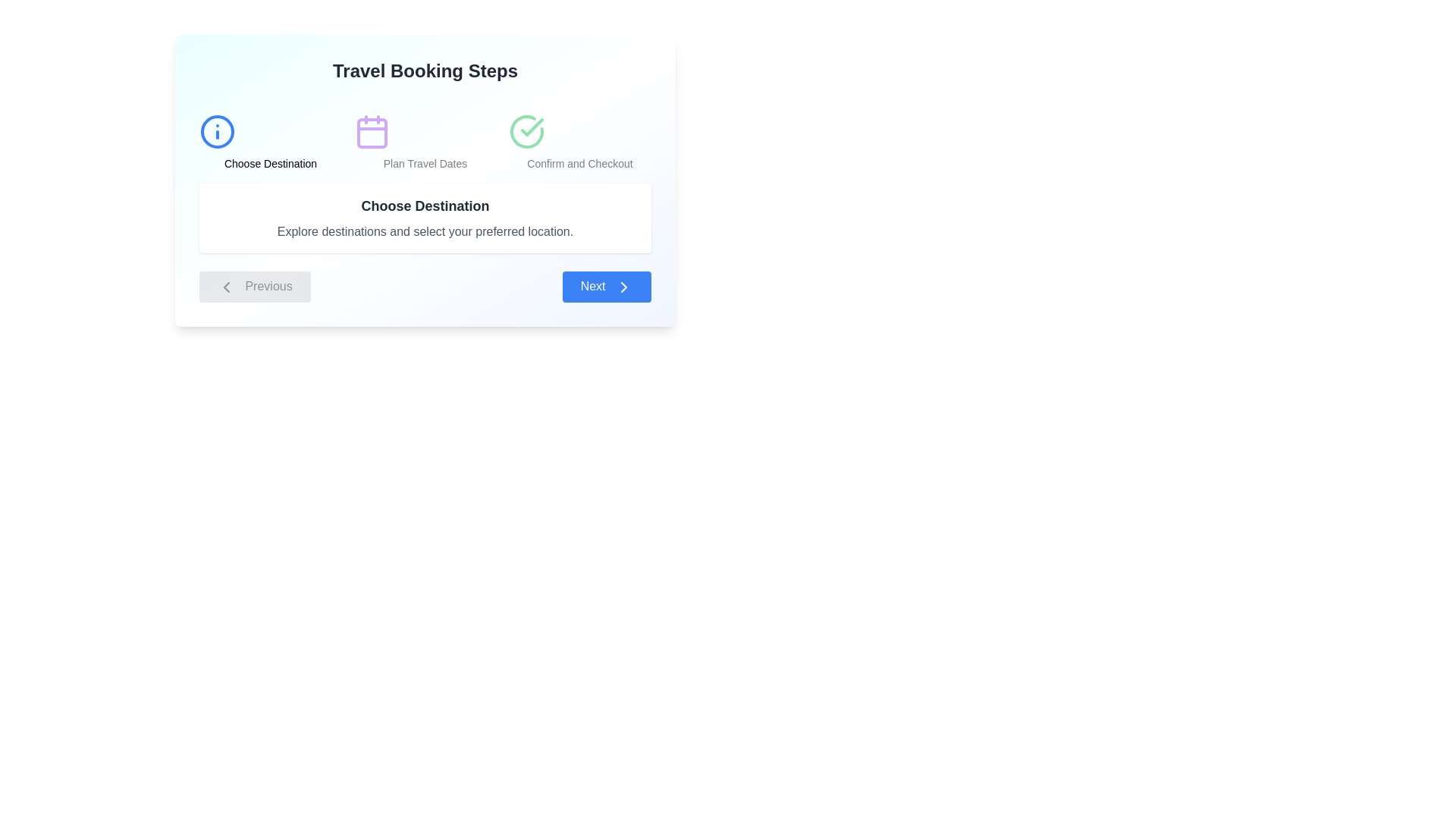  What do you see at coordinates (425, 218) in the screenshot?
I see `the static informational card that provides guidance on choosing a destination in the travel booking workflow, located centrally below the 'Travel Booking Steps' title and aligned with the 'Previous' and 'Next' buttons` at bounding box center [425, 218].